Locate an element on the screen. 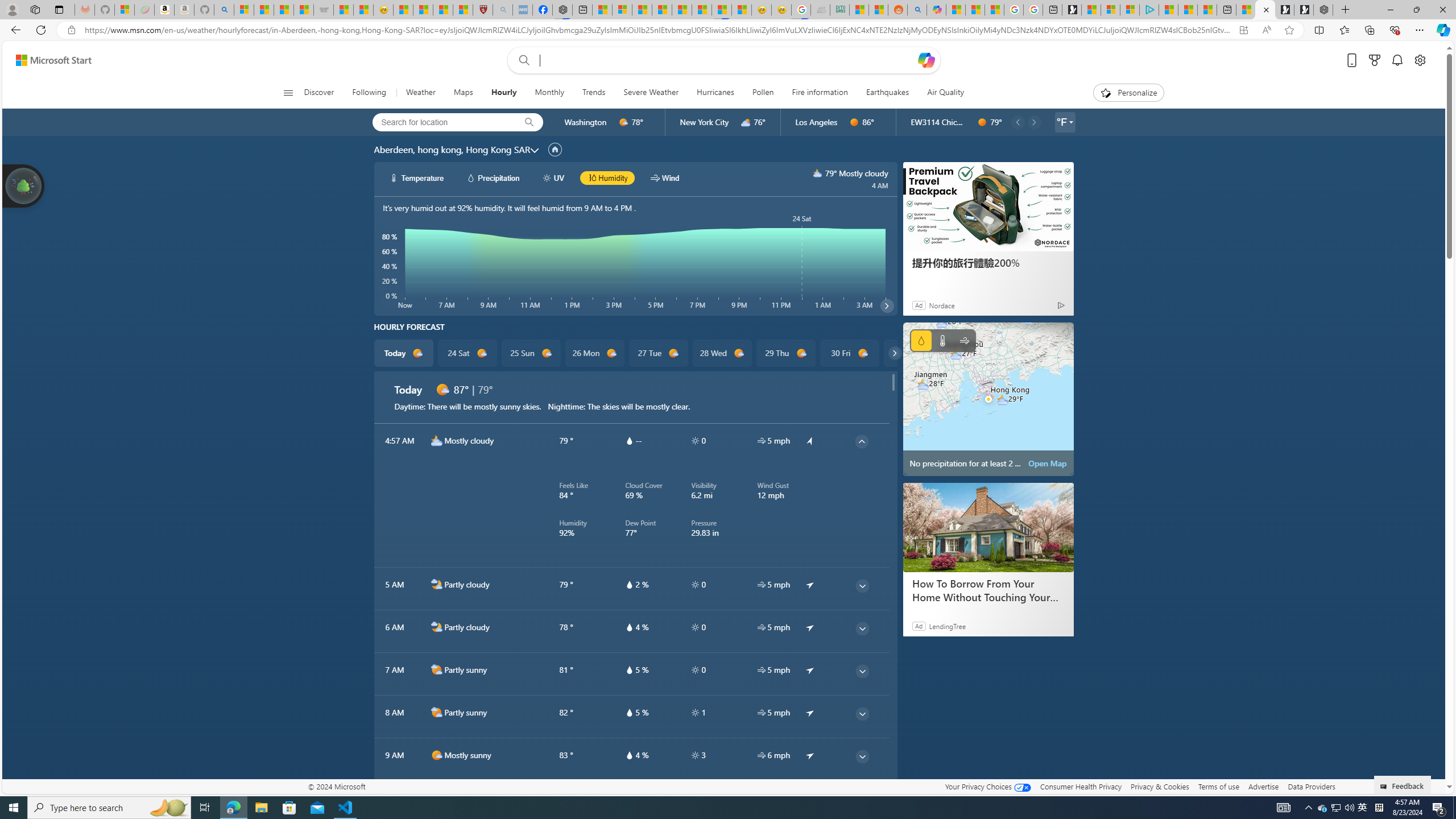 The image size is (1456, 819). 'Search for location' is located at coordinates (440, 122).